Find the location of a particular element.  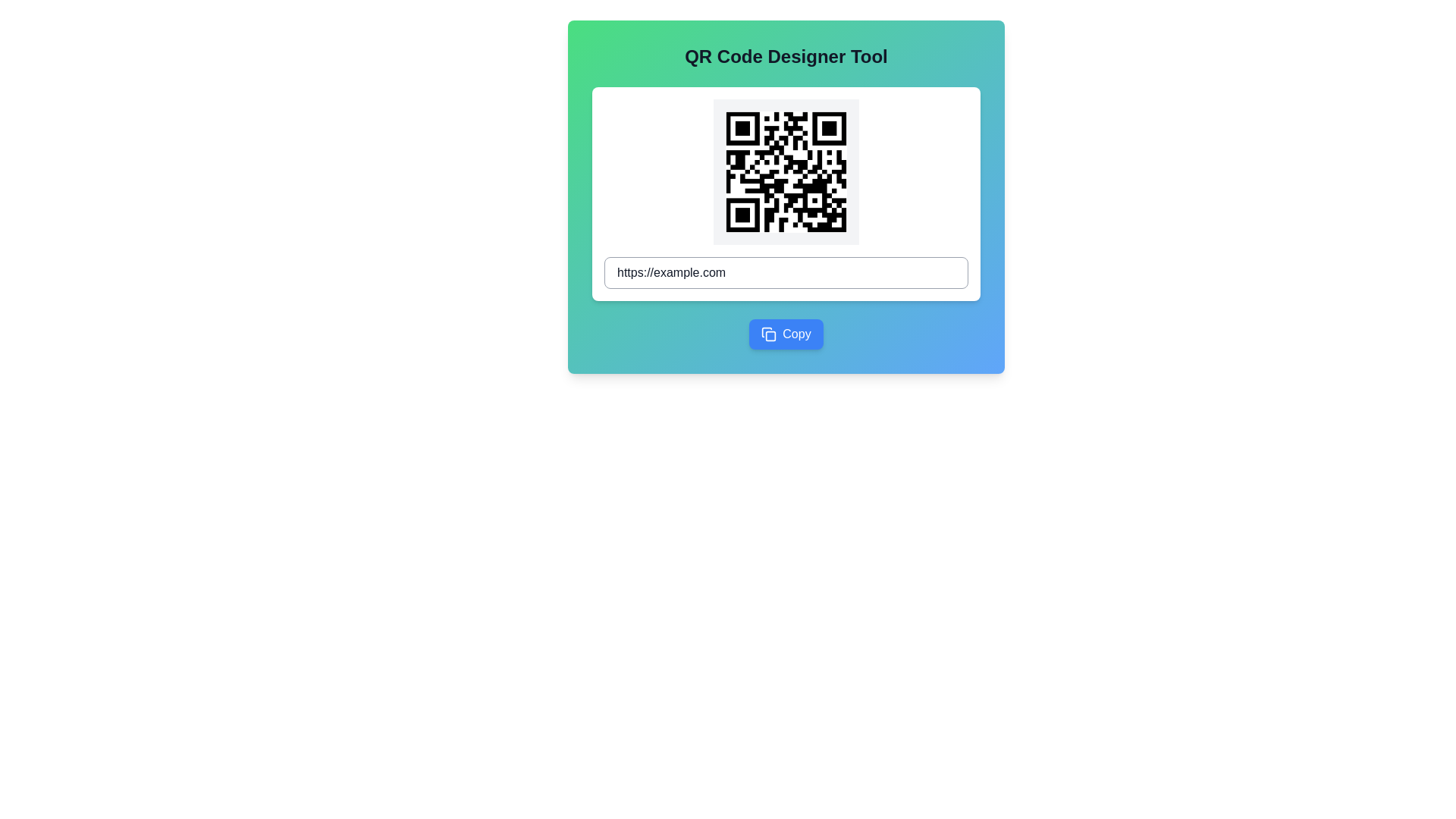

the light blue square with rounded corners, which is a subcomponent of the SVG-based document icon located in the lower region of the interface, adjacent to the 'Copy' button is located at coordinates (770, 335).